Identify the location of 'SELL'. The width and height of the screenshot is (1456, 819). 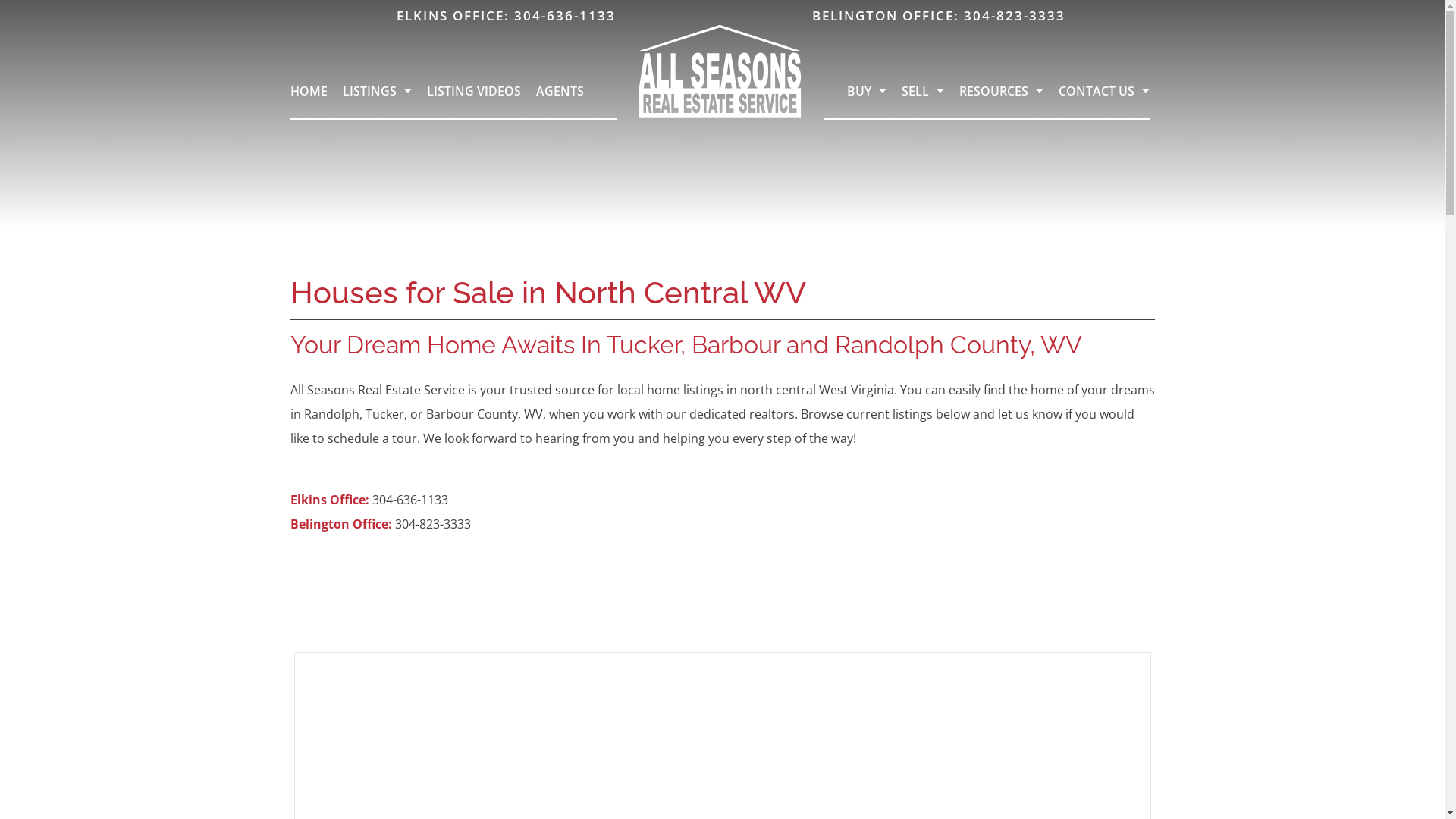
(922, 90).